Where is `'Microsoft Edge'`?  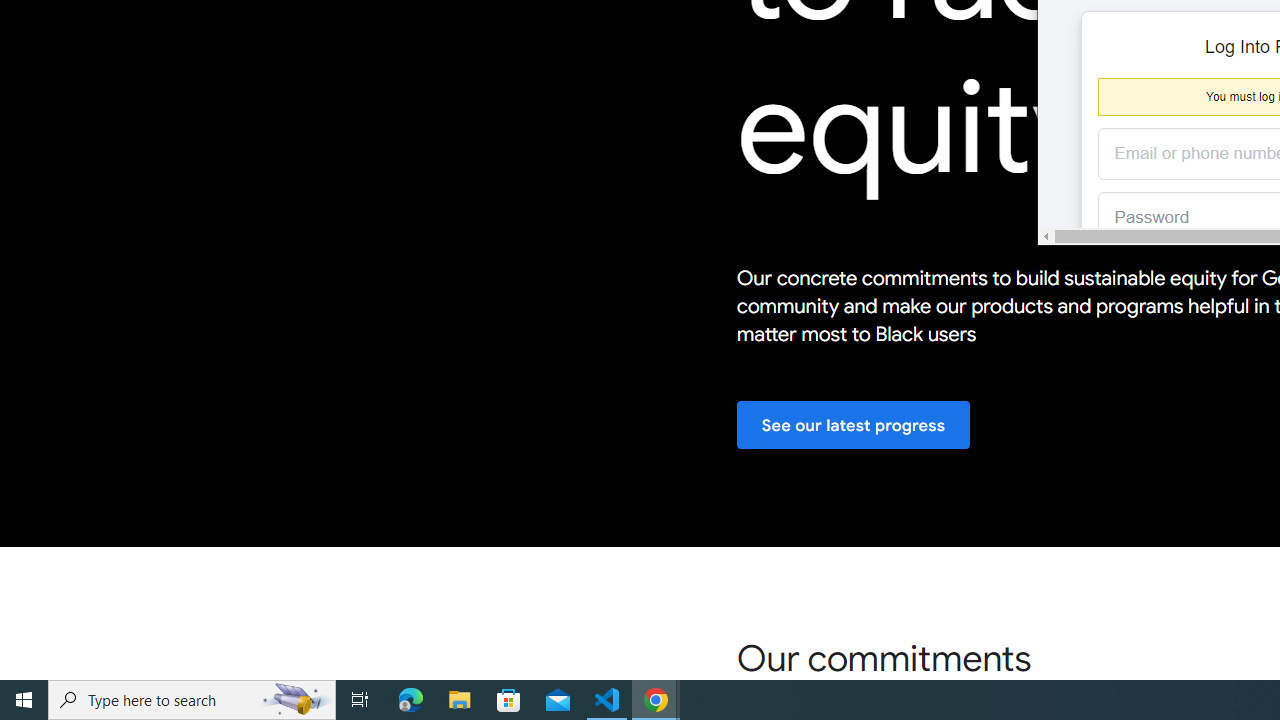 'Microsoft Edge' is located at coordinates (410, 698).